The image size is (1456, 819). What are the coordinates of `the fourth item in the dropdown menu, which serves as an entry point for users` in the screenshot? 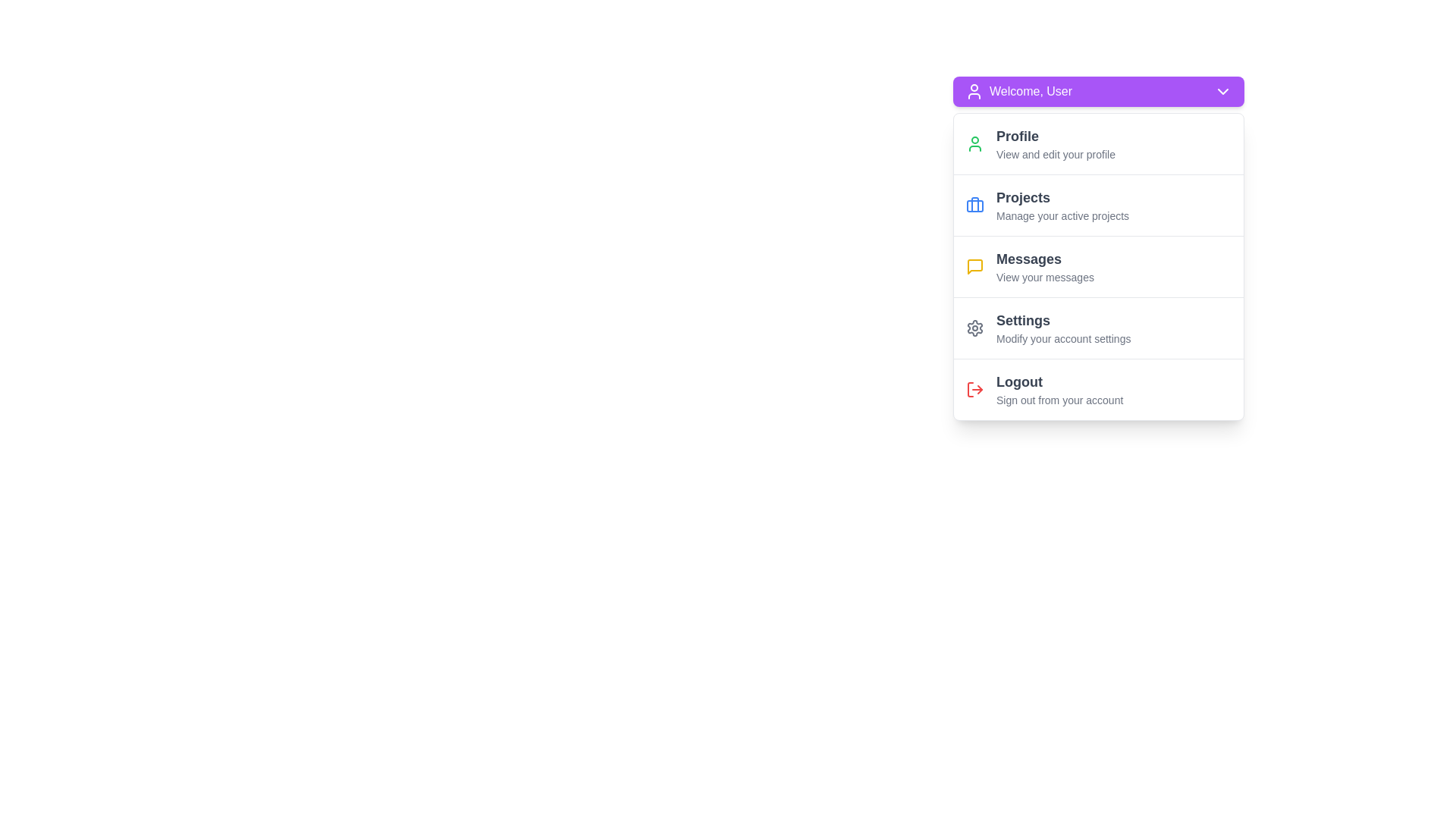 It's located at (1099, 327).